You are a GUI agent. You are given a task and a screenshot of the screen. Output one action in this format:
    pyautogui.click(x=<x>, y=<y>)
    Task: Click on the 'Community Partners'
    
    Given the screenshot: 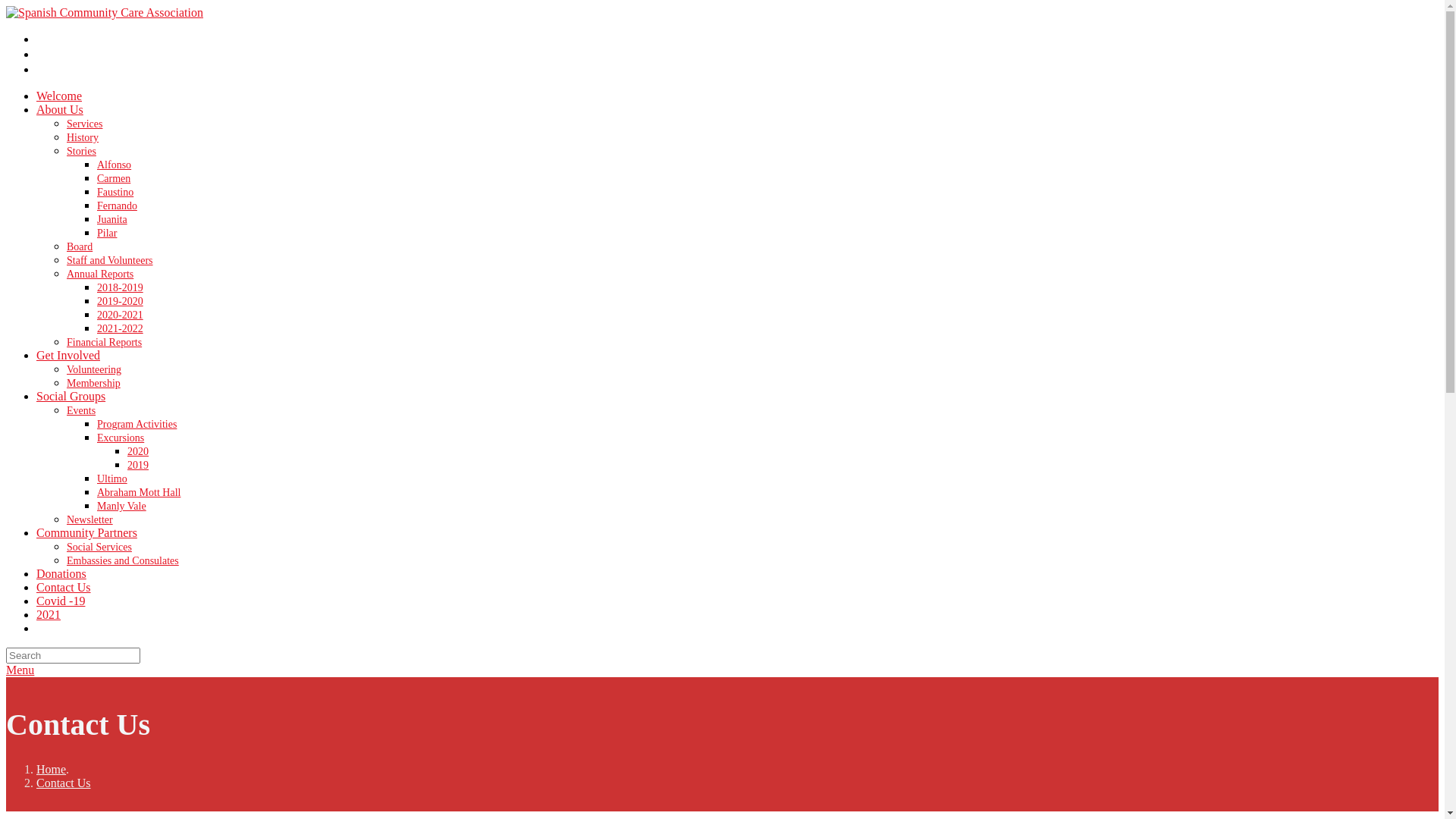 What is the action you would take?
    pyautogui.click(x=86, y=532)
    